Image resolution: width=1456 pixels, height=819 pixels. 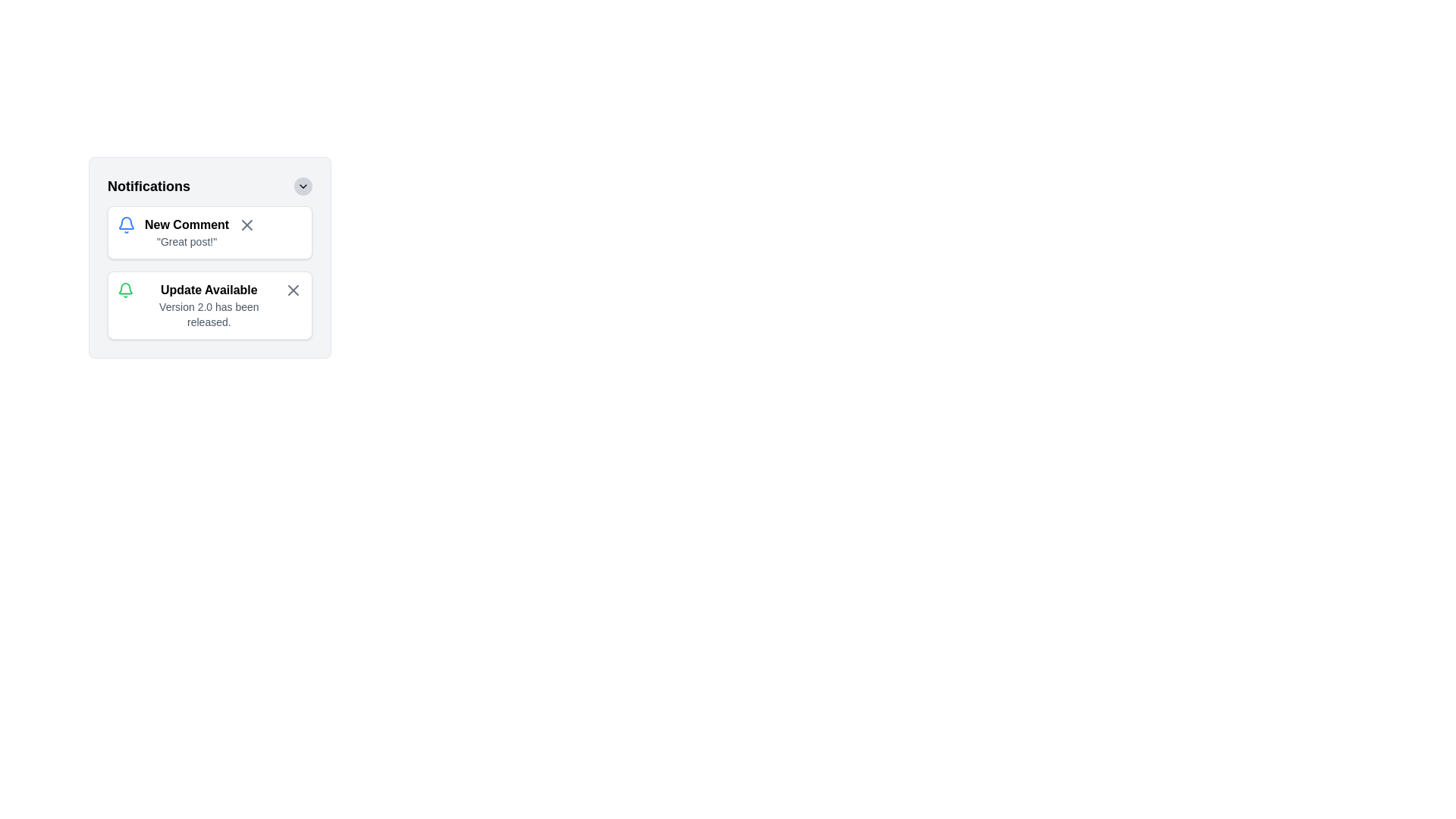 I want to click on the notification message displaying 'Update Available' which is the second notification in the vertical list of notifications, so click(x=208, y=305).